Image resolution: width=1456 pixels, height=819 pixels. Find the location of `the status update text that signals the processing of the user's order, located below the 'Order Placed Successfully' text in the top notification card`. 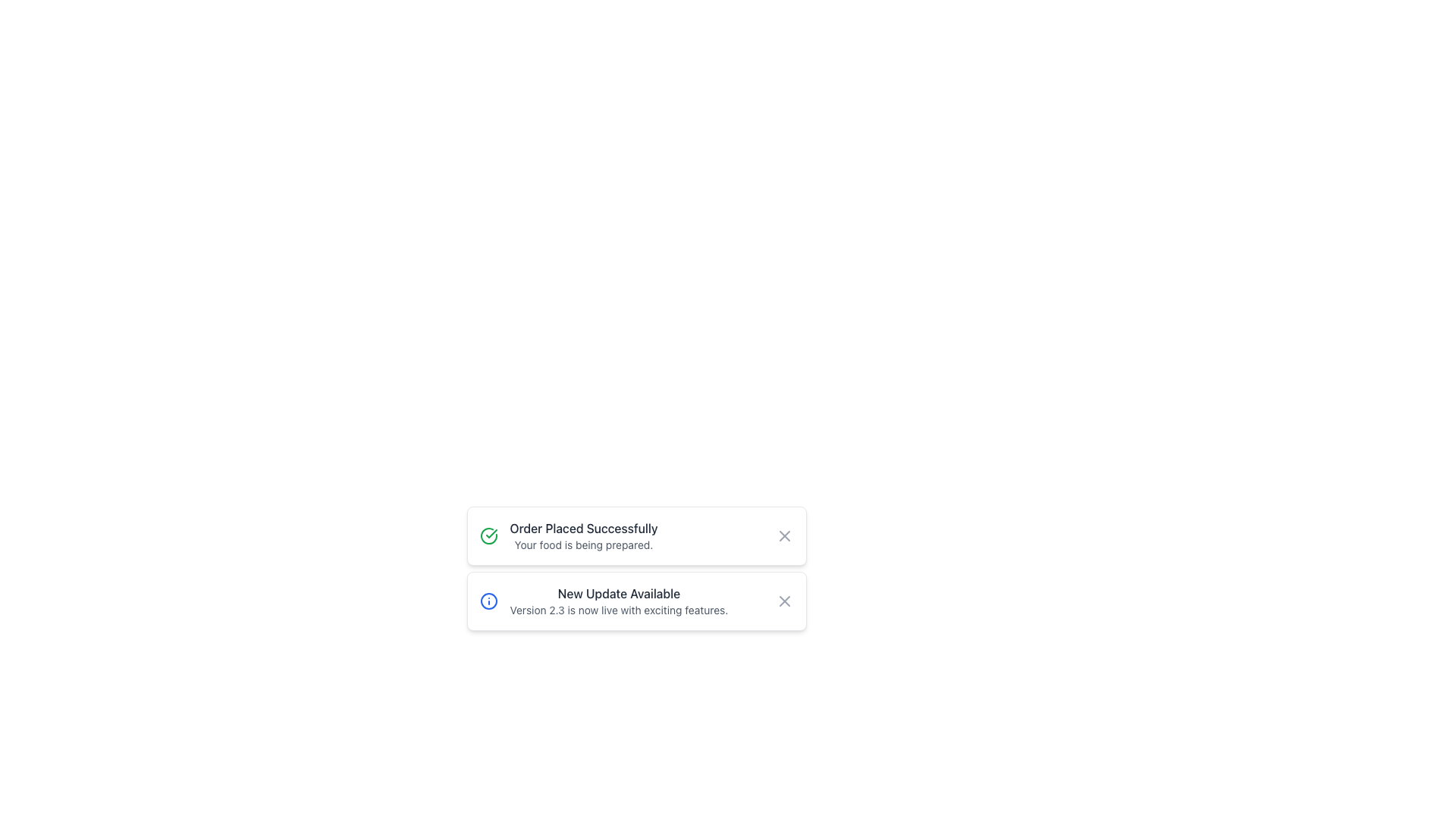

the status update text that signals the processing of the user's order, located below the 'Order Placed Successfully' text in the top notification card is located at coordinates (582, 544).